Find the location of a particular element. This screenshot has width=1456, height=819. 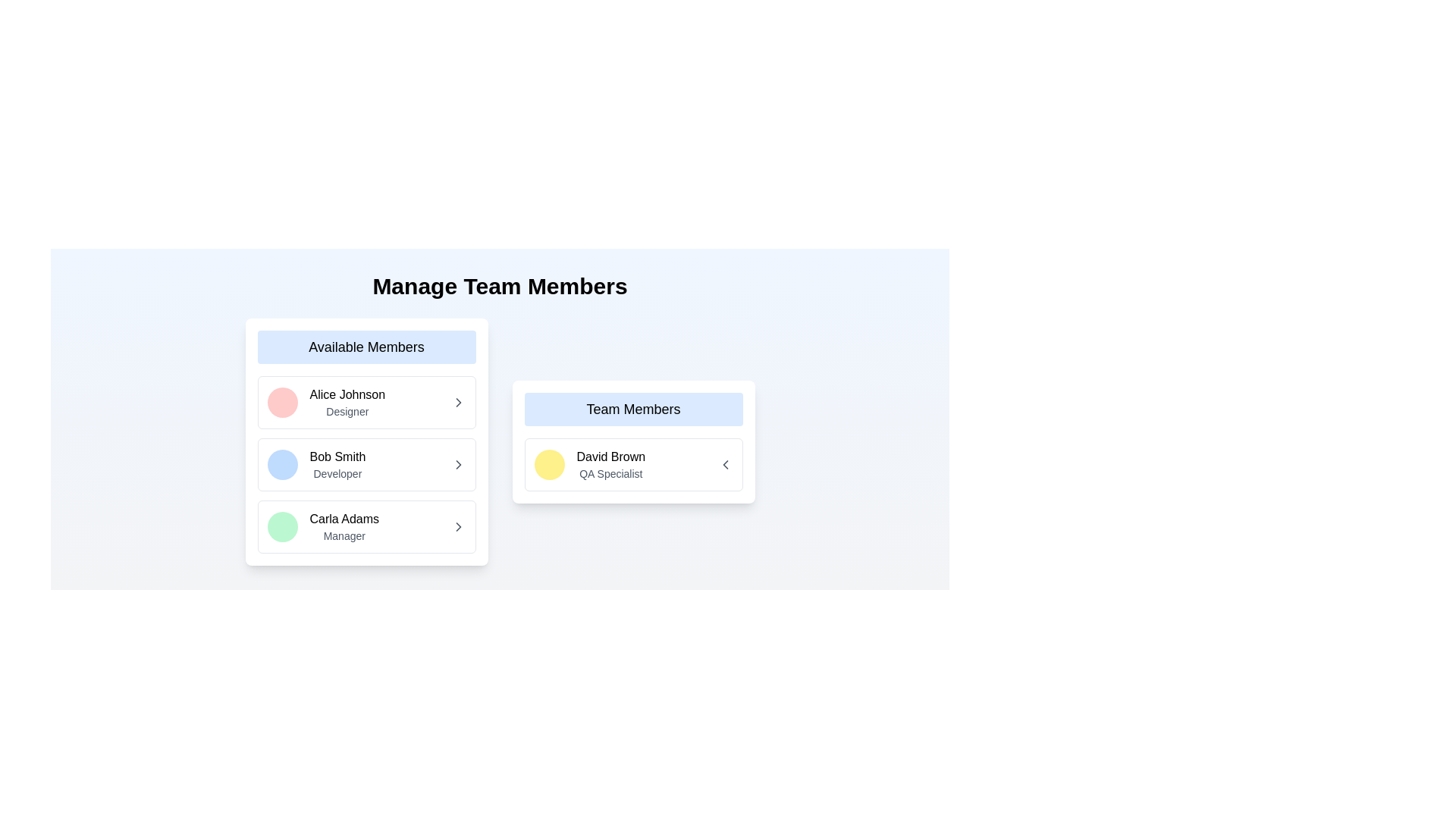

the text element displaying 'Bob Smith' and 'Developer' is located at coordinates (337, 464).